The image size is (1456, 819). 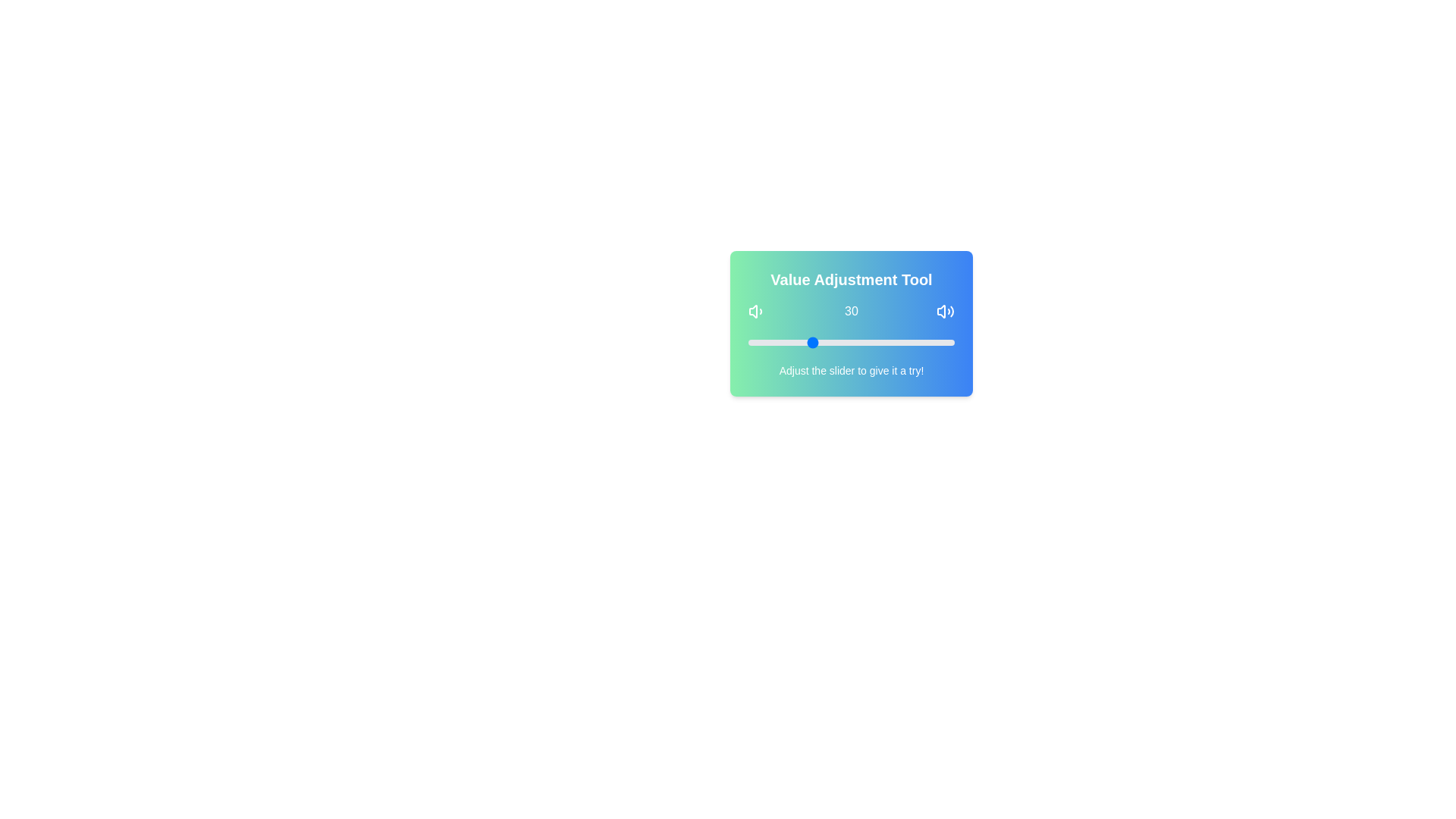 I want to click on the slider, so click(x=941, y=342).